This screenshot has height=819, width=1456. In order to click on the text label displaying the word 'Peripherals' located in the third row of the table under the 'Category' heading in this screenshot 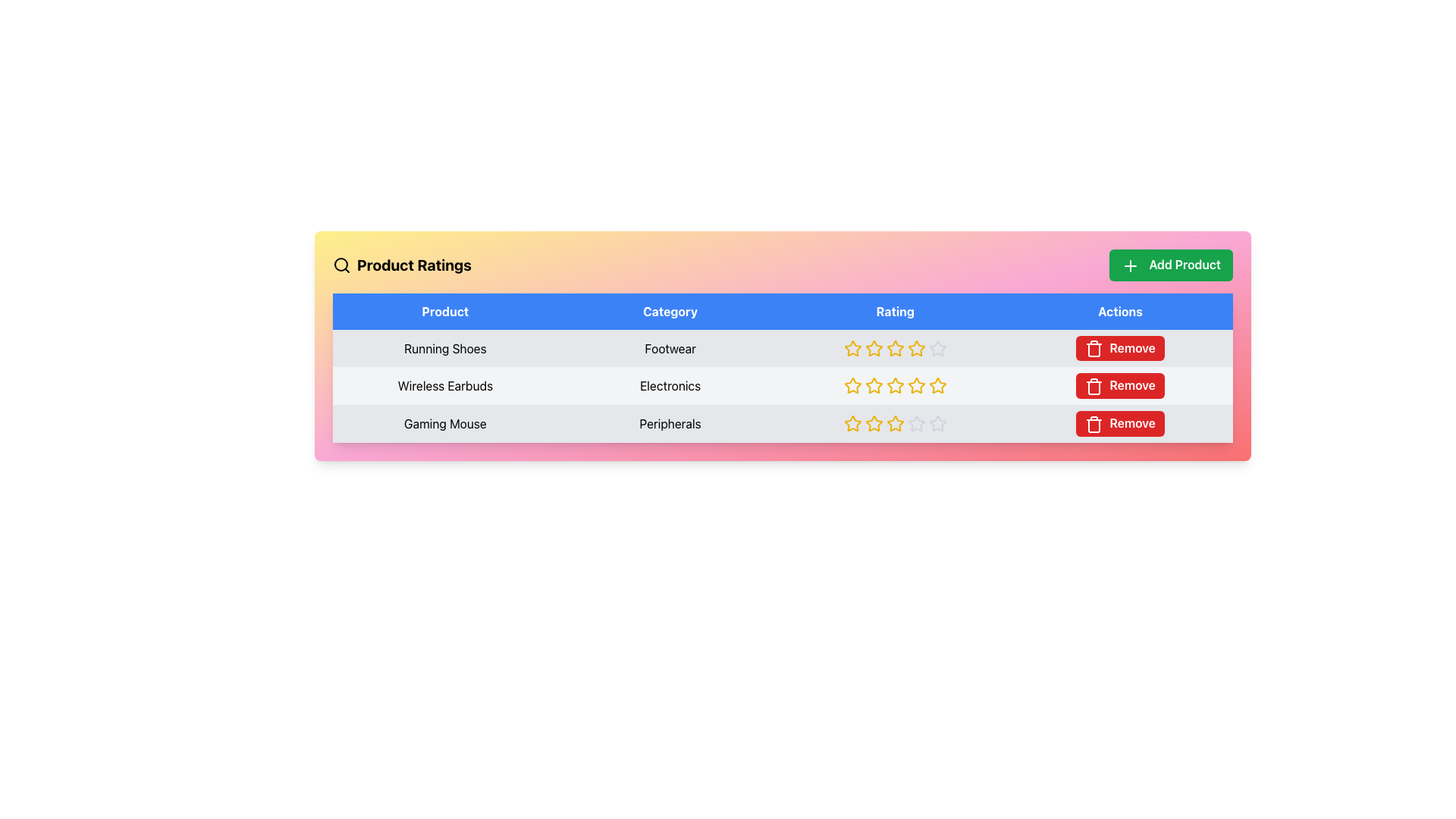, I will do `click(670, 424)`.